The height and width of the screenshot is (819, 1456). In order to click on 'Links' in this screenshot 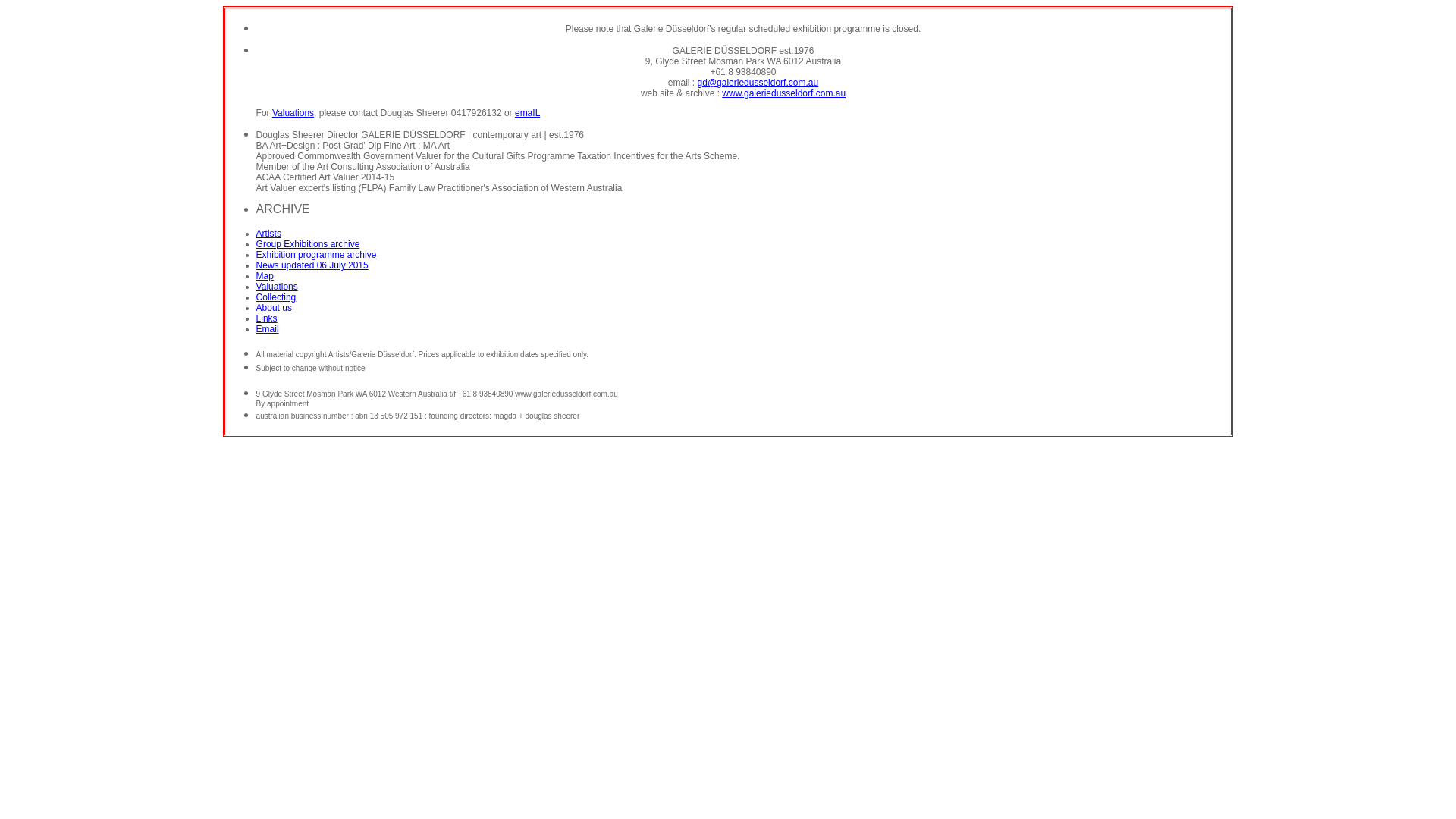, I will do `click(266, 318)`.